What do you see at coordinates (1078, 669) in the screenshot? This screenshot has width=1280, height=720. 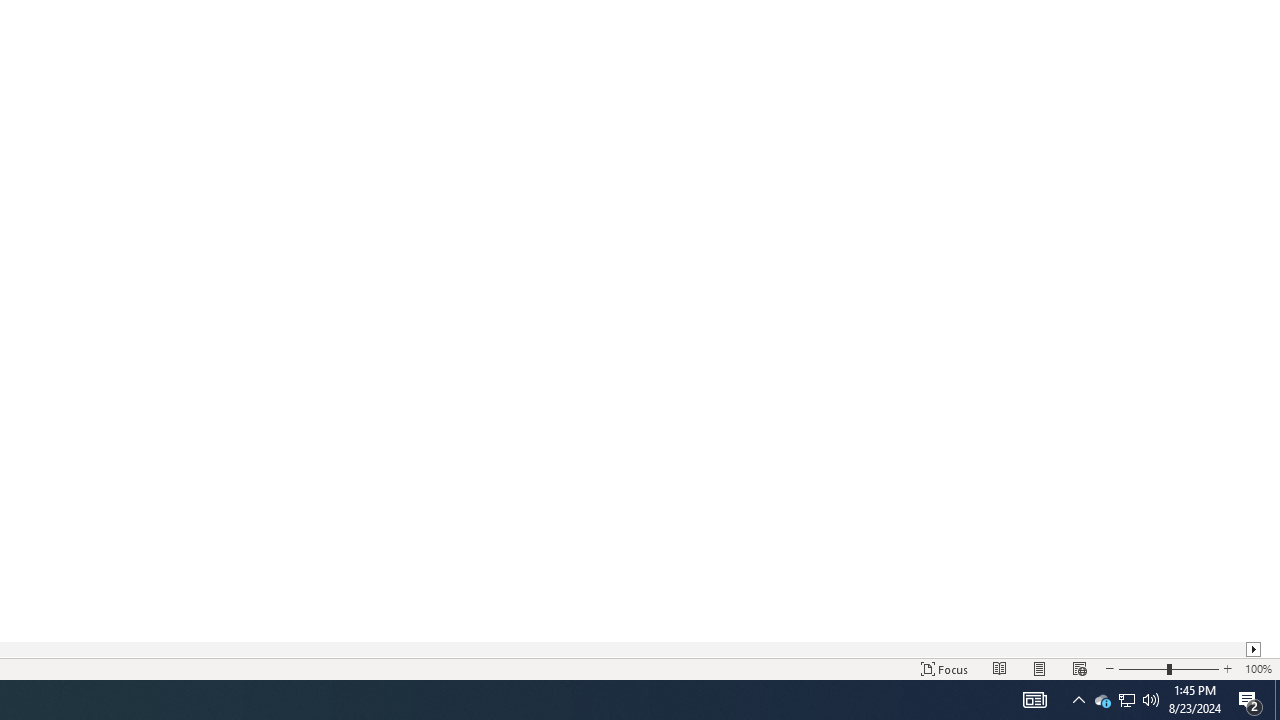 I see `'Web Layout'` at bounding box center [1078, 669].